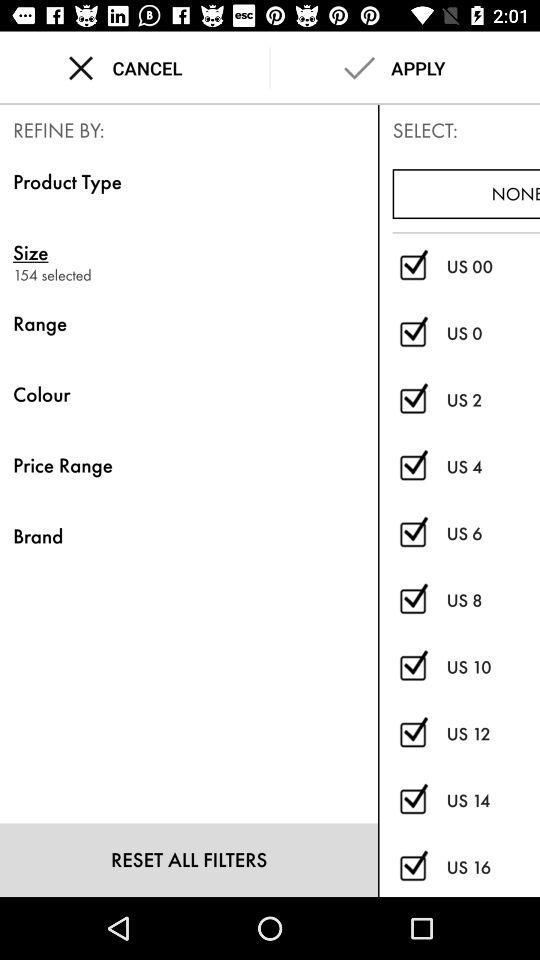 This screenshot has width=540, height=960. What do you see at coordinates (412, 600) in the screenshot?
I see `us 8` at bounding box center [412, 600].